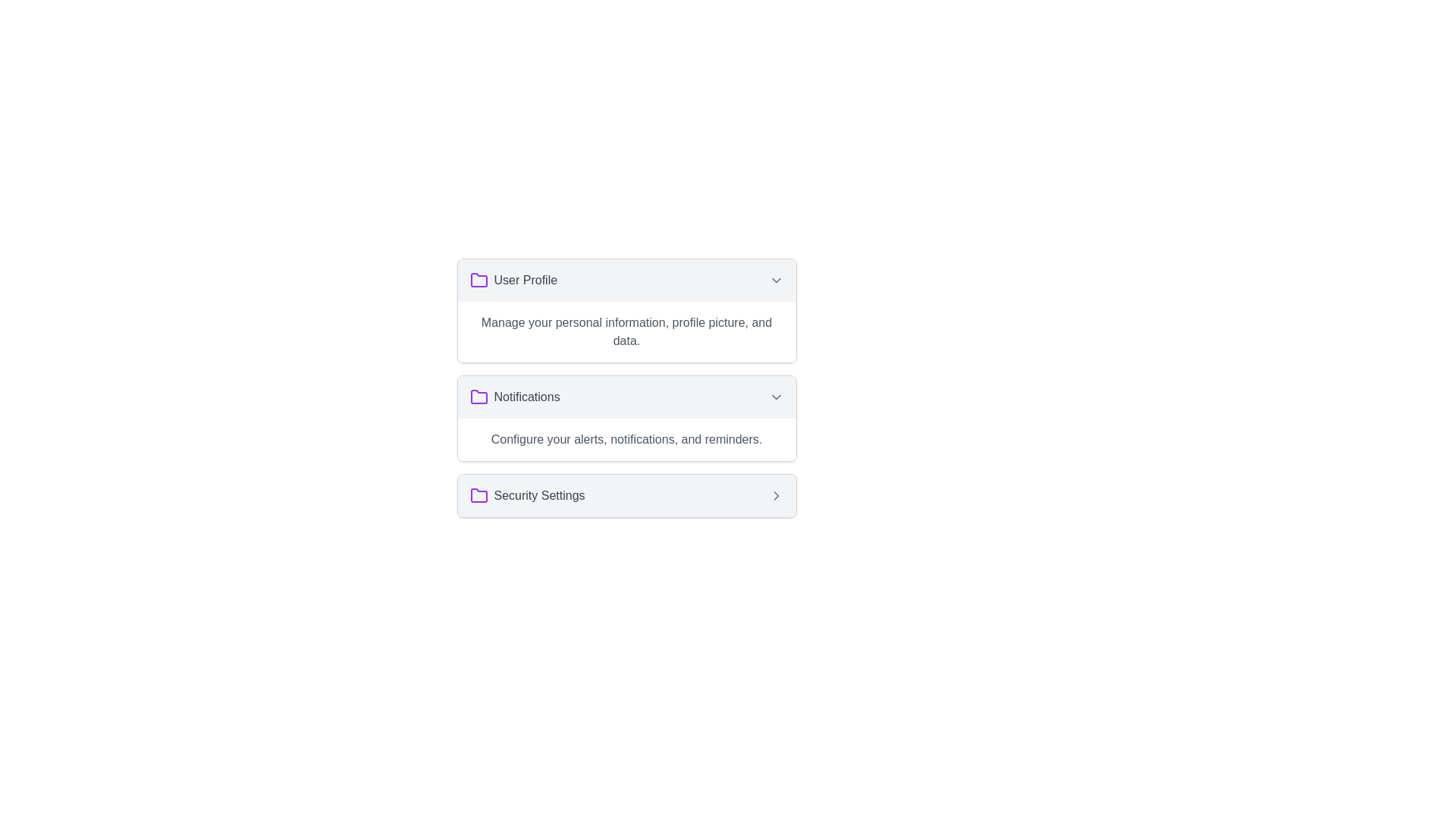 The height and width of the screenshot is (819, 1456). I want to click on the 'User Profile' text label, which is styled with a medium-weight font and gray color, located at the top of the first card in a vertical list of cards, adjacent to a purple folder icon, so click(526, 281).